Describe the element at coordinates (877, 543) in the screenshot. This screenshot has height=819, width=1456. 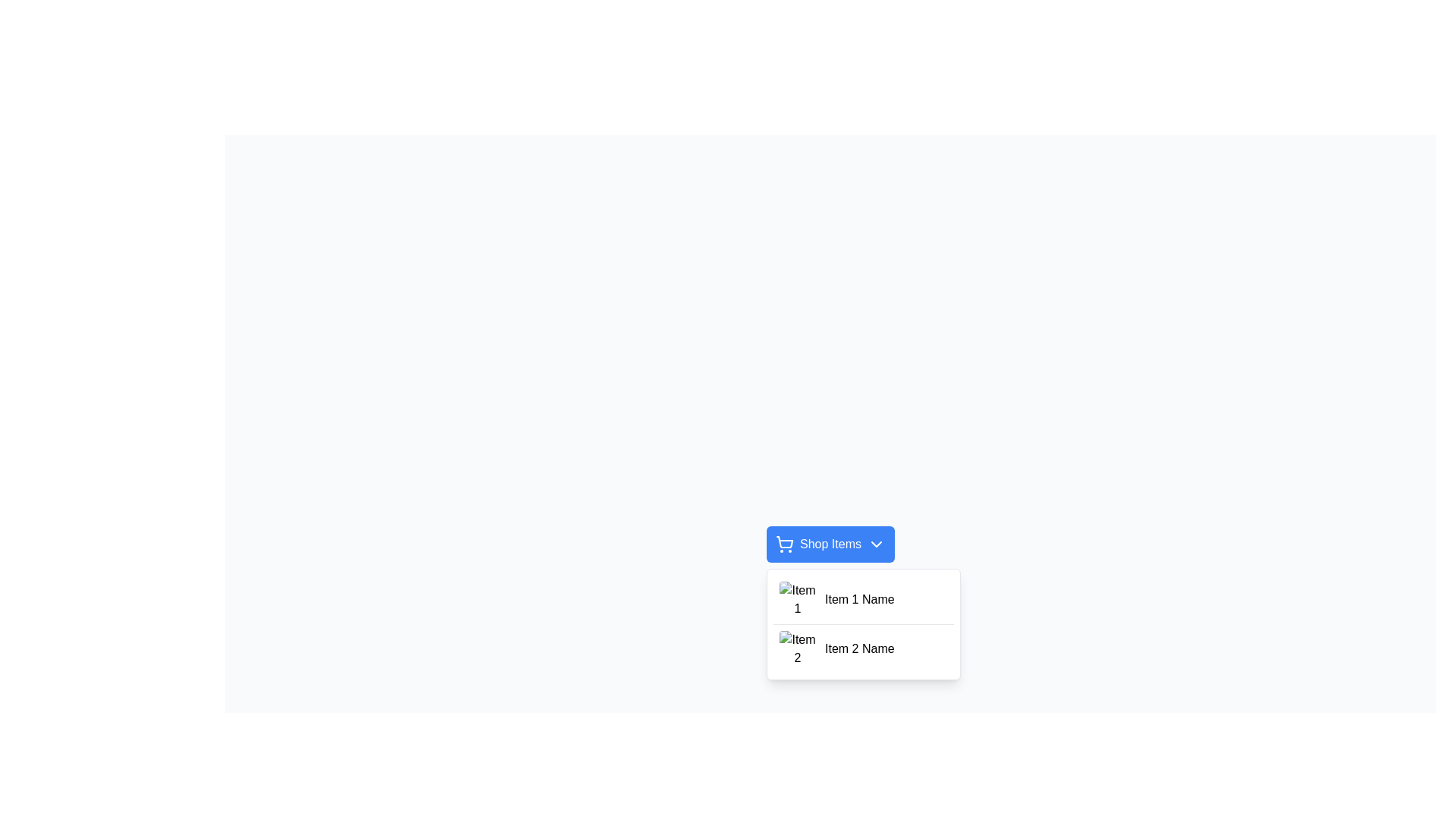
I see `the downward-pointing chevron icon located on the right side of the blue 'Shop Items' button` at that location.